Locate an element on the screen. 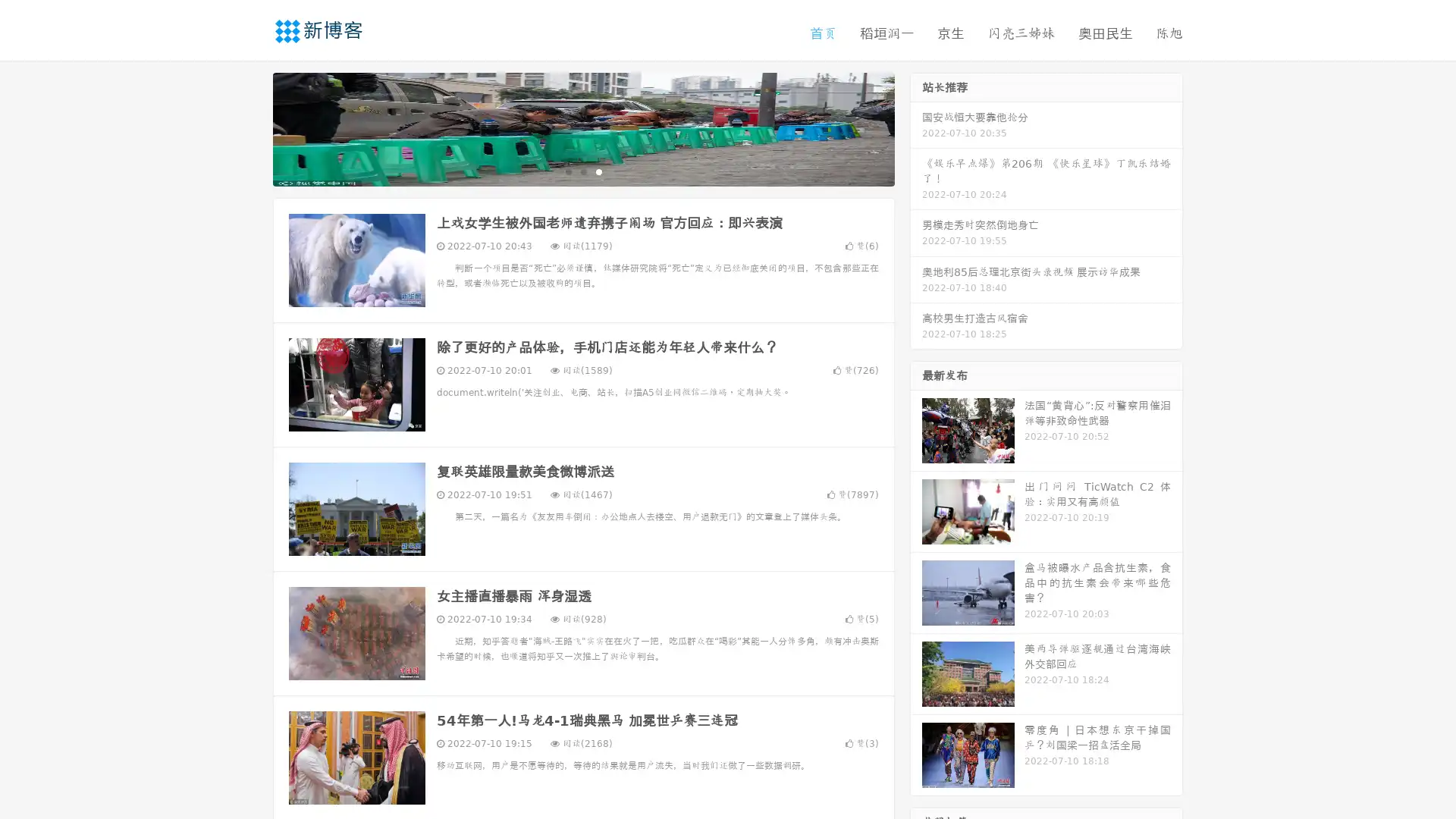  Go to slide 3 is located at coordinates (598, 171).